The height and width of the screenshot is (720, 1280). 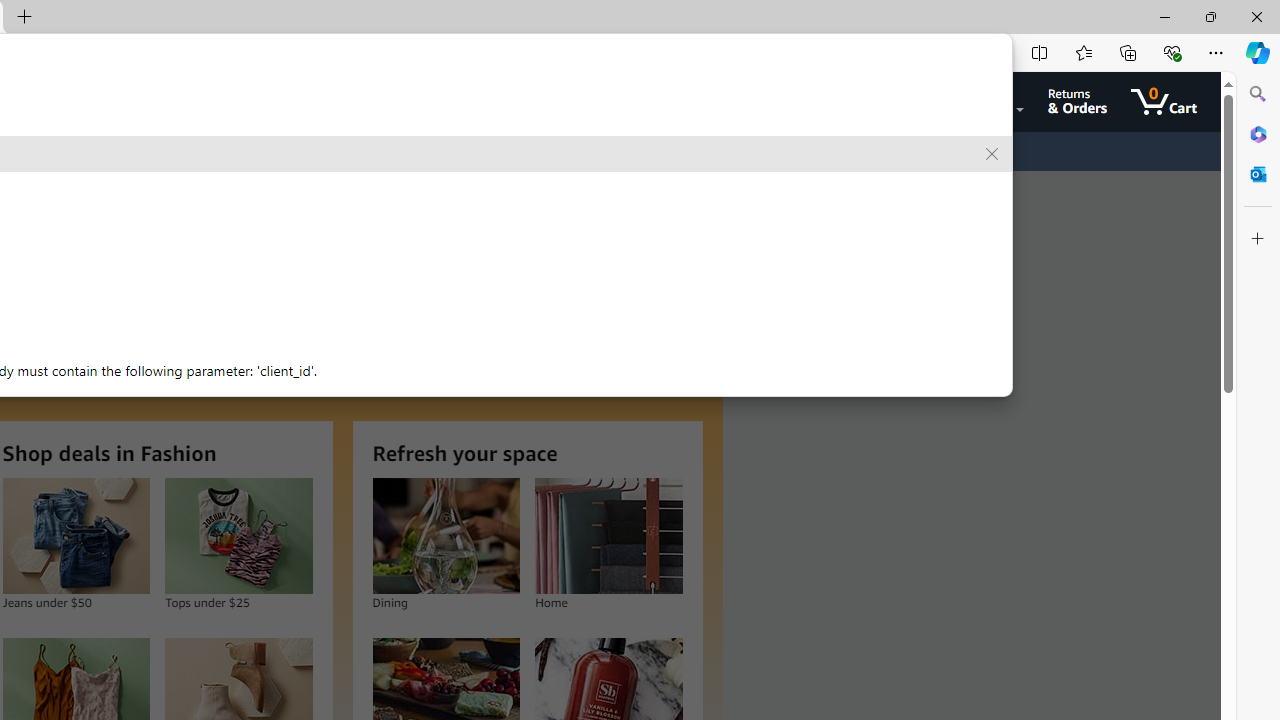 I want to click on 'Jeans under $50', so click(x=76, y=535).